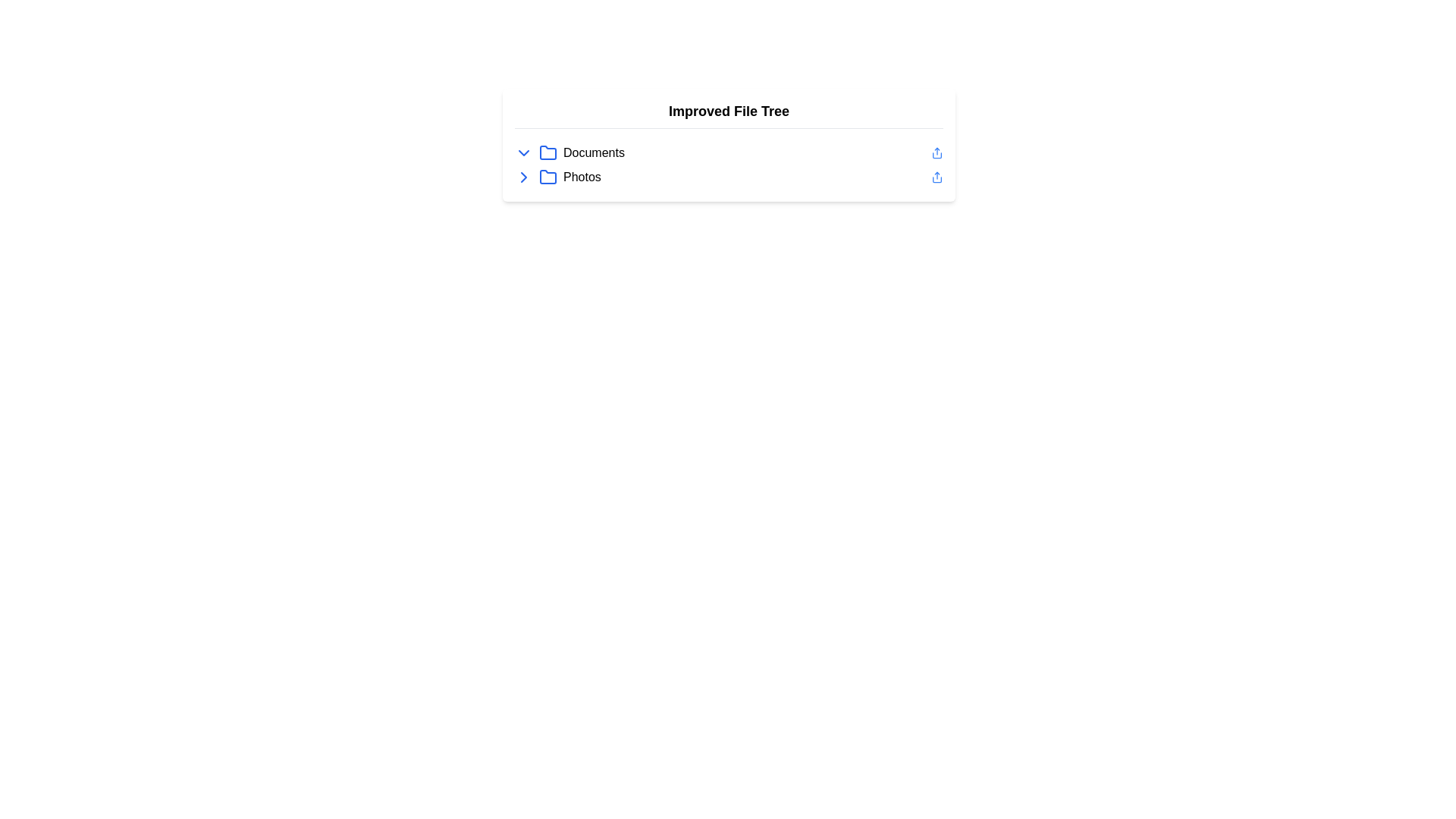  What do you see at coordinates (548, 176) in the screenshot?
I see `the Folder Icon that visually indicates the 'Photos' category in the file tree structure, positioned to the left of the text 'Photos'` at bounding box center [548, 176].